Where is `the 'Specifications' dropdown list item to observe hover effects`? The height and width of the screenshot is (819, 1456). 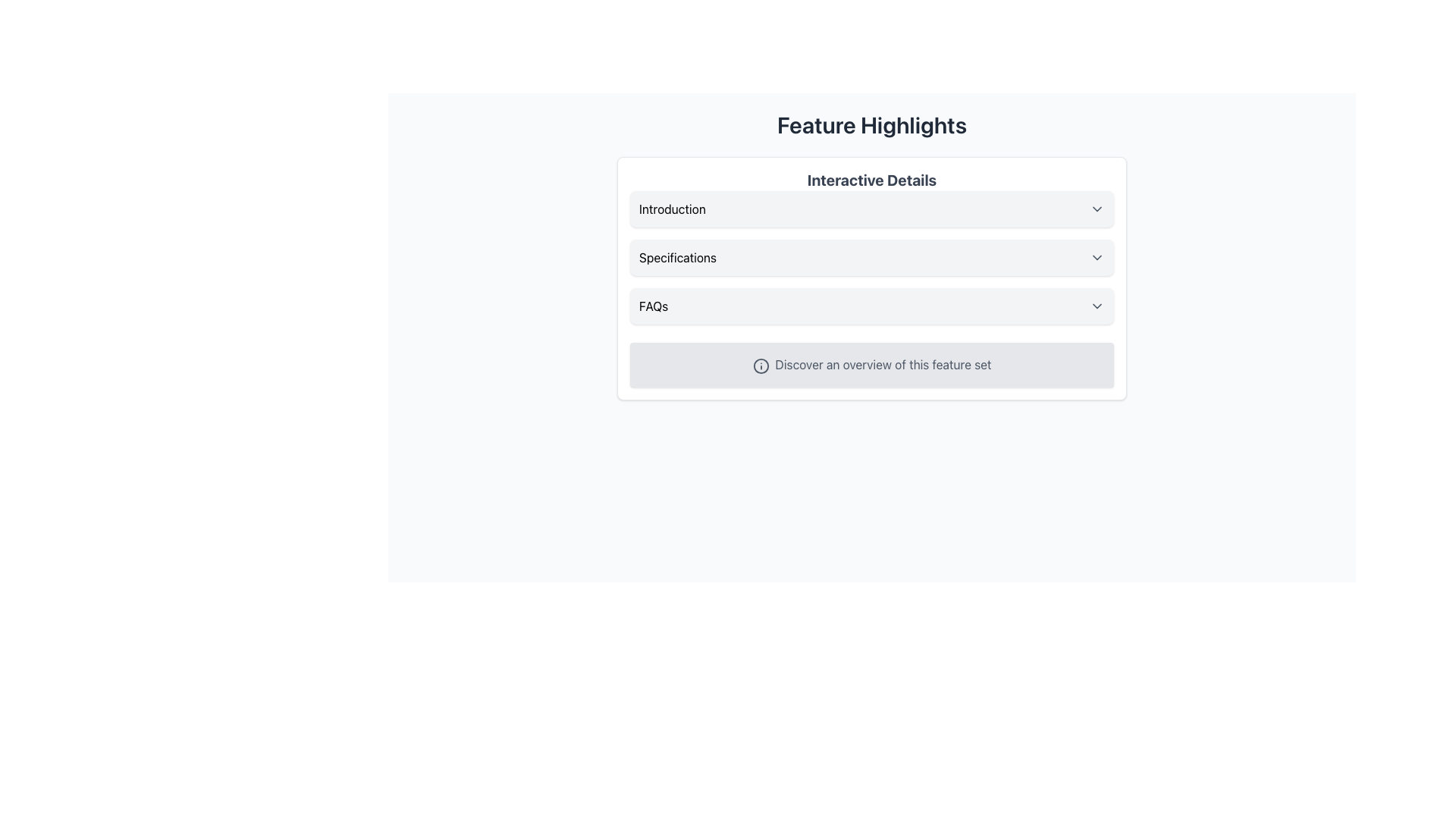
the 'Specifications' dropdown list item to observe hover effects is located at coordinates (872, 256).